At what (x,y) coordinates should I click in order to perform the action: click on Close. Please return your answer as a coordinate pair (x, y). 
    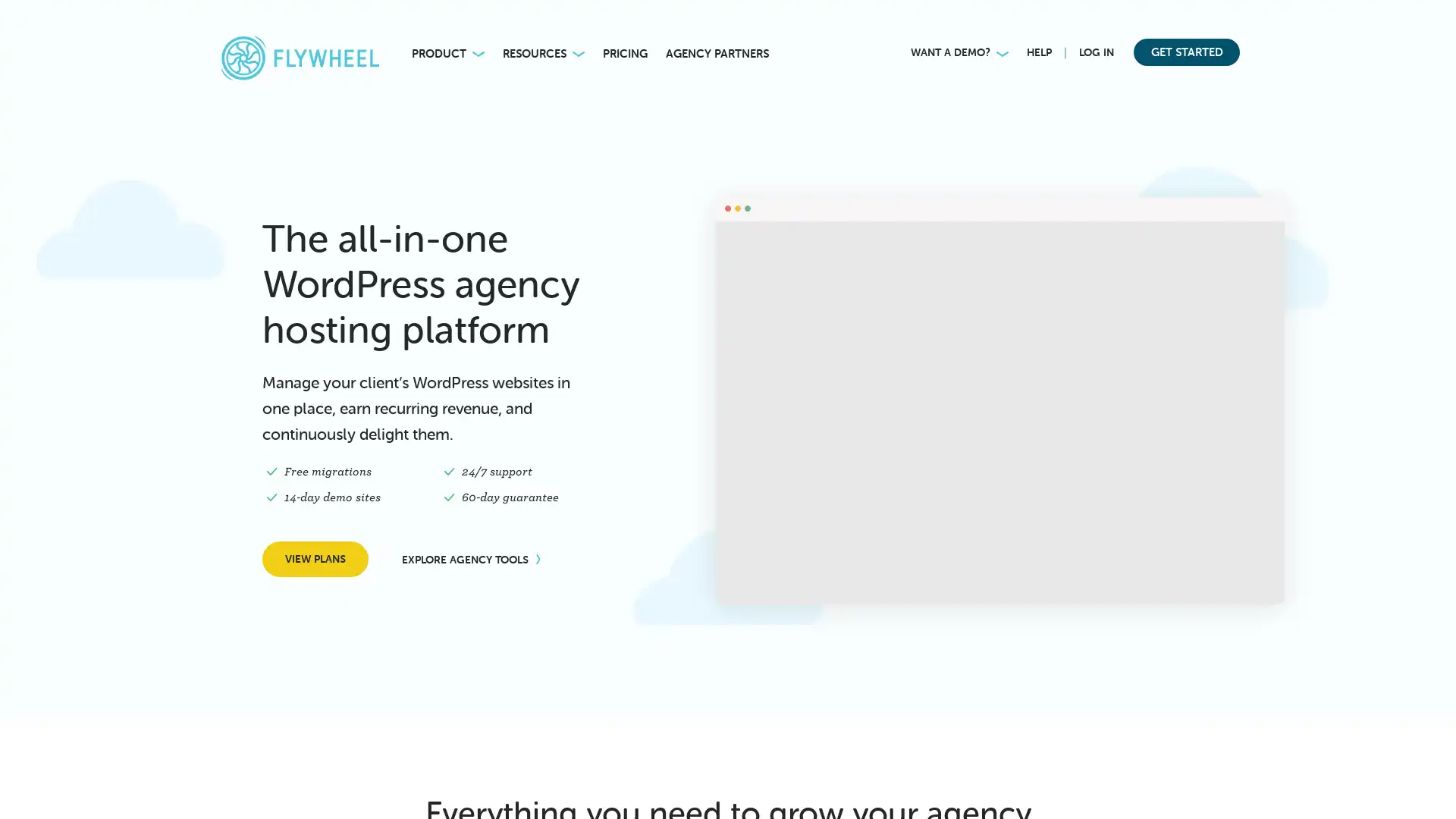
    Looking at the image, I should click on (365, 643).